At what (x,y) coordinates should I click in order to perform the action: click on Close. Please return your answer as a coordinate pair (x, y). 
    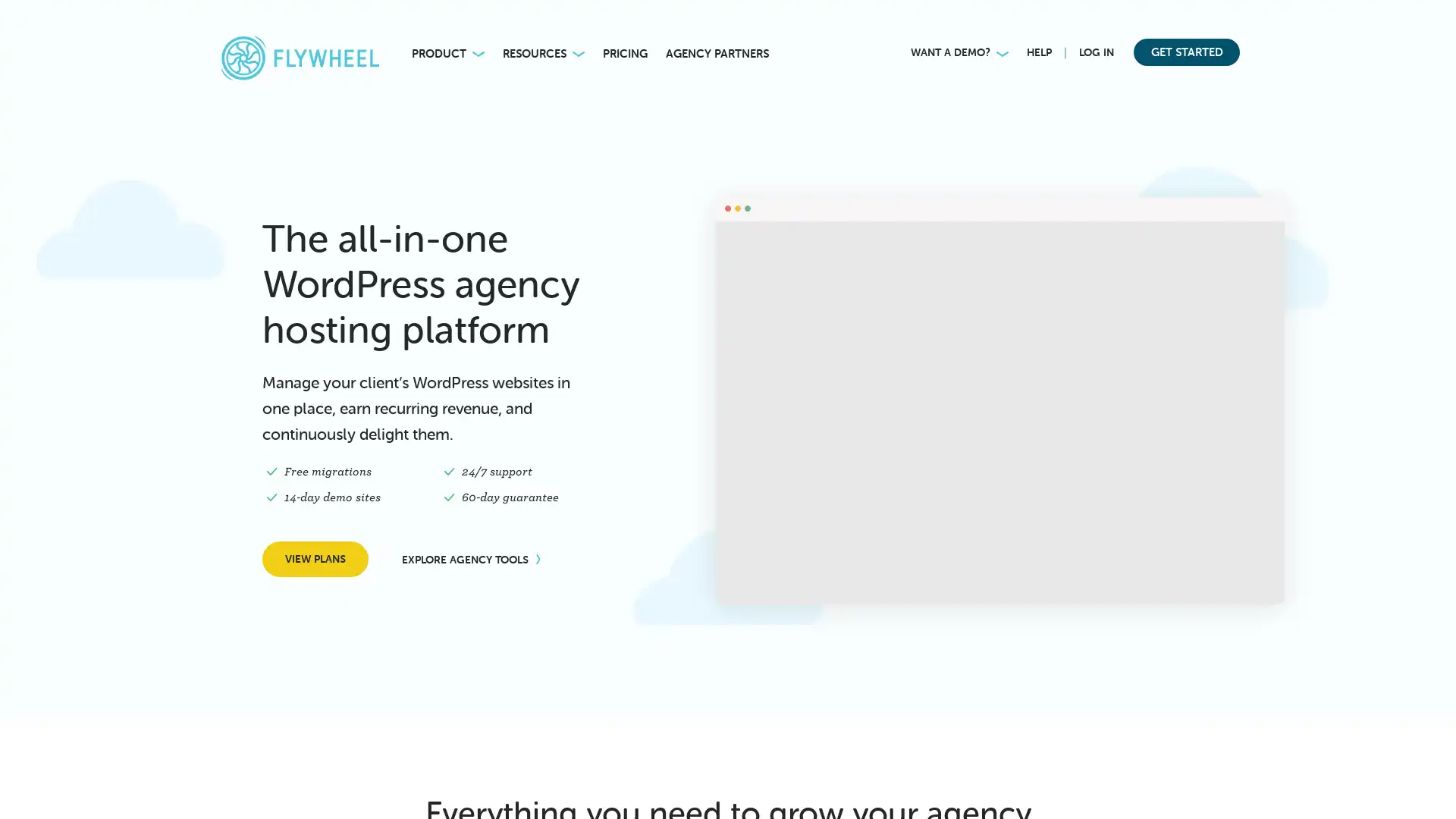
    Looking at the image, I should click on (365, 643).